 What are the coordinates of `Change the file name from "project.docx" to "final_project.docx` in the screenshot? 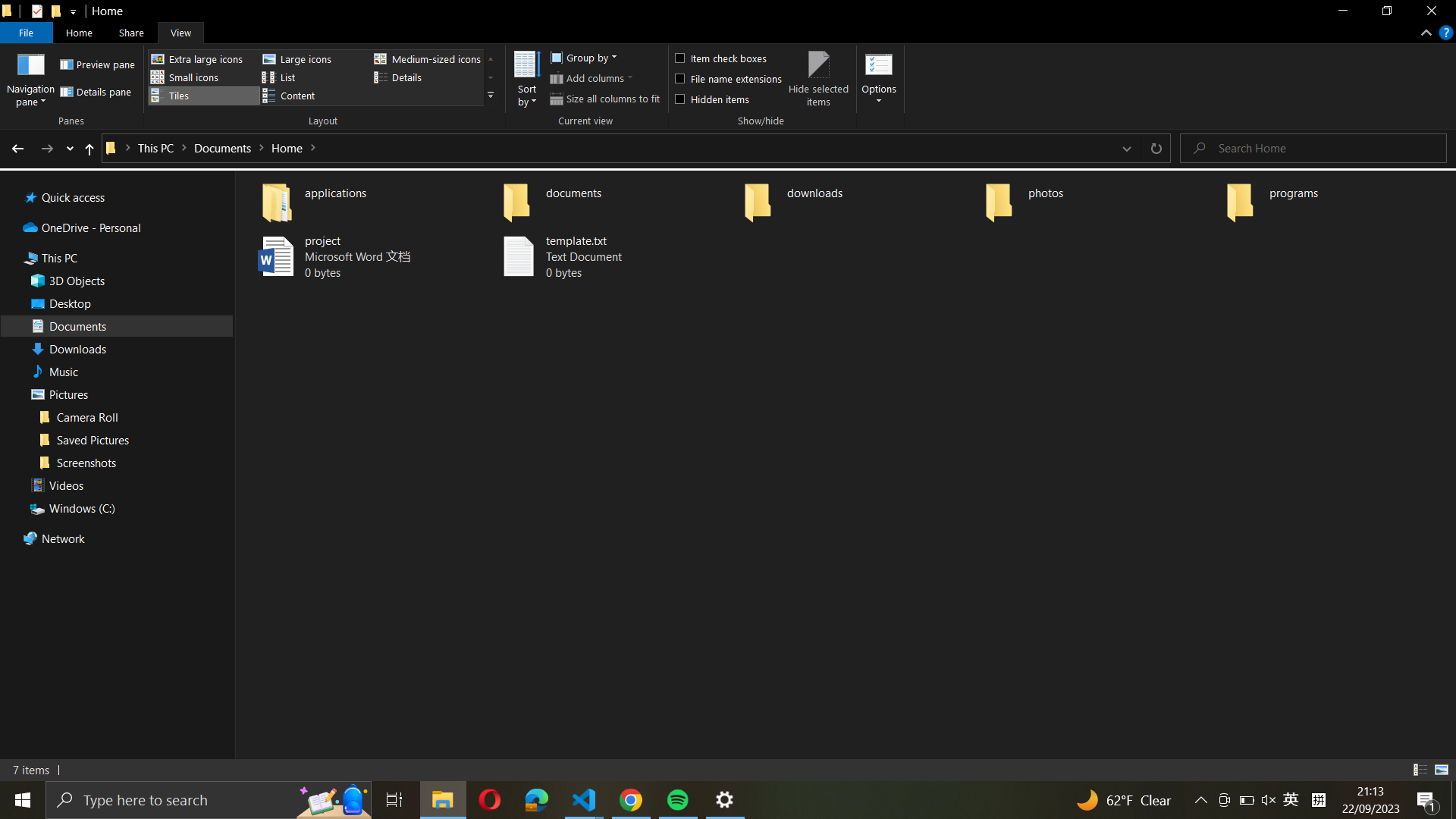 It's located at (361, 256).